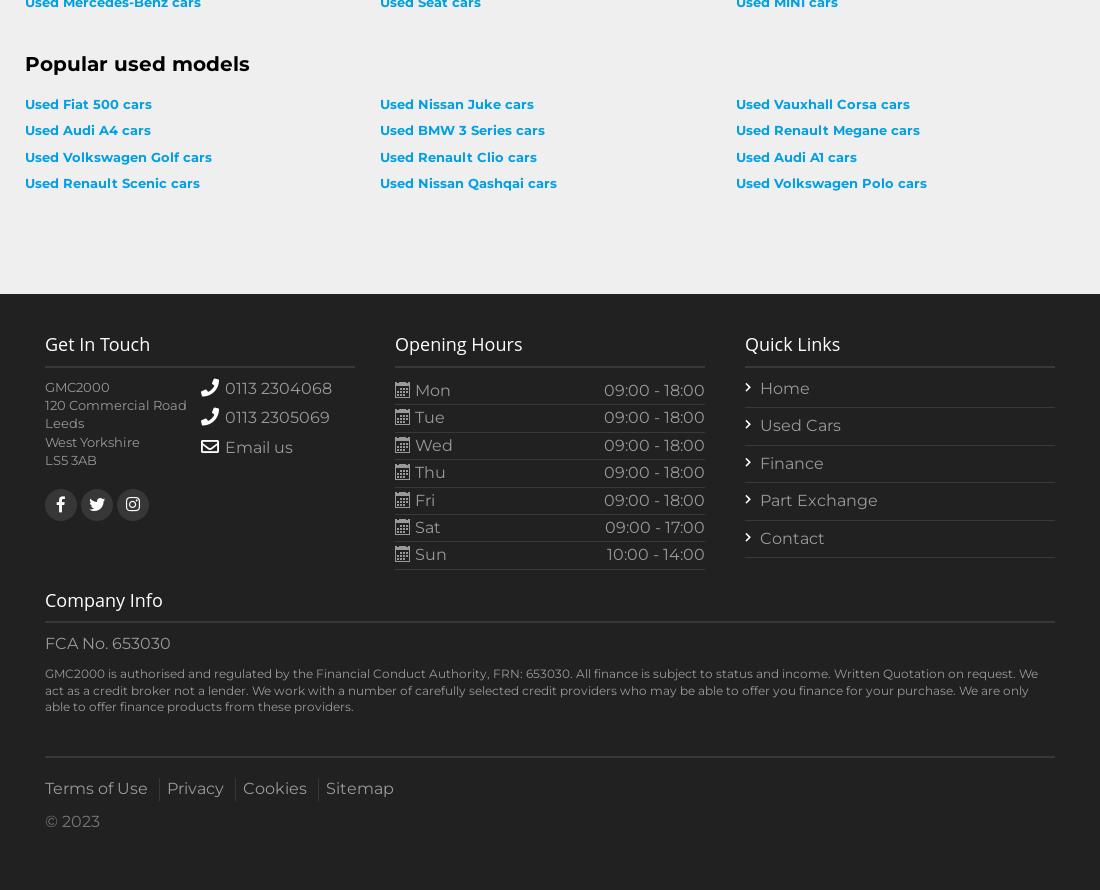  I want to click on 'Tue', so click(427, 416).